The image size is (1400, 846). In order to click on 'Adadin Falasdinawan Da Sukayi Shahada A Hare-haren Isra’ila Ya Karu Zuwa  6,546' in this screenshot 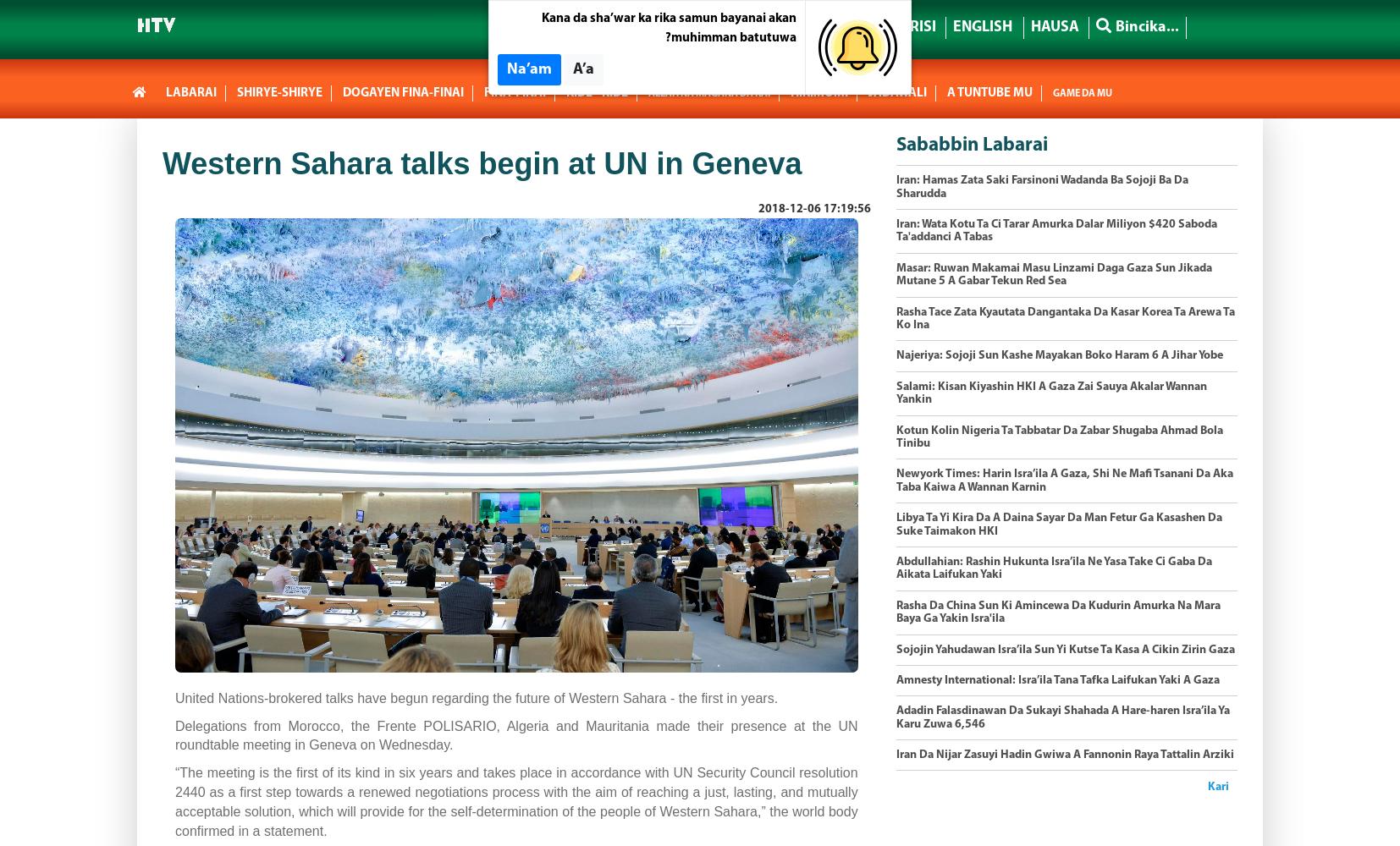, I will do `click(1062, 717)`.